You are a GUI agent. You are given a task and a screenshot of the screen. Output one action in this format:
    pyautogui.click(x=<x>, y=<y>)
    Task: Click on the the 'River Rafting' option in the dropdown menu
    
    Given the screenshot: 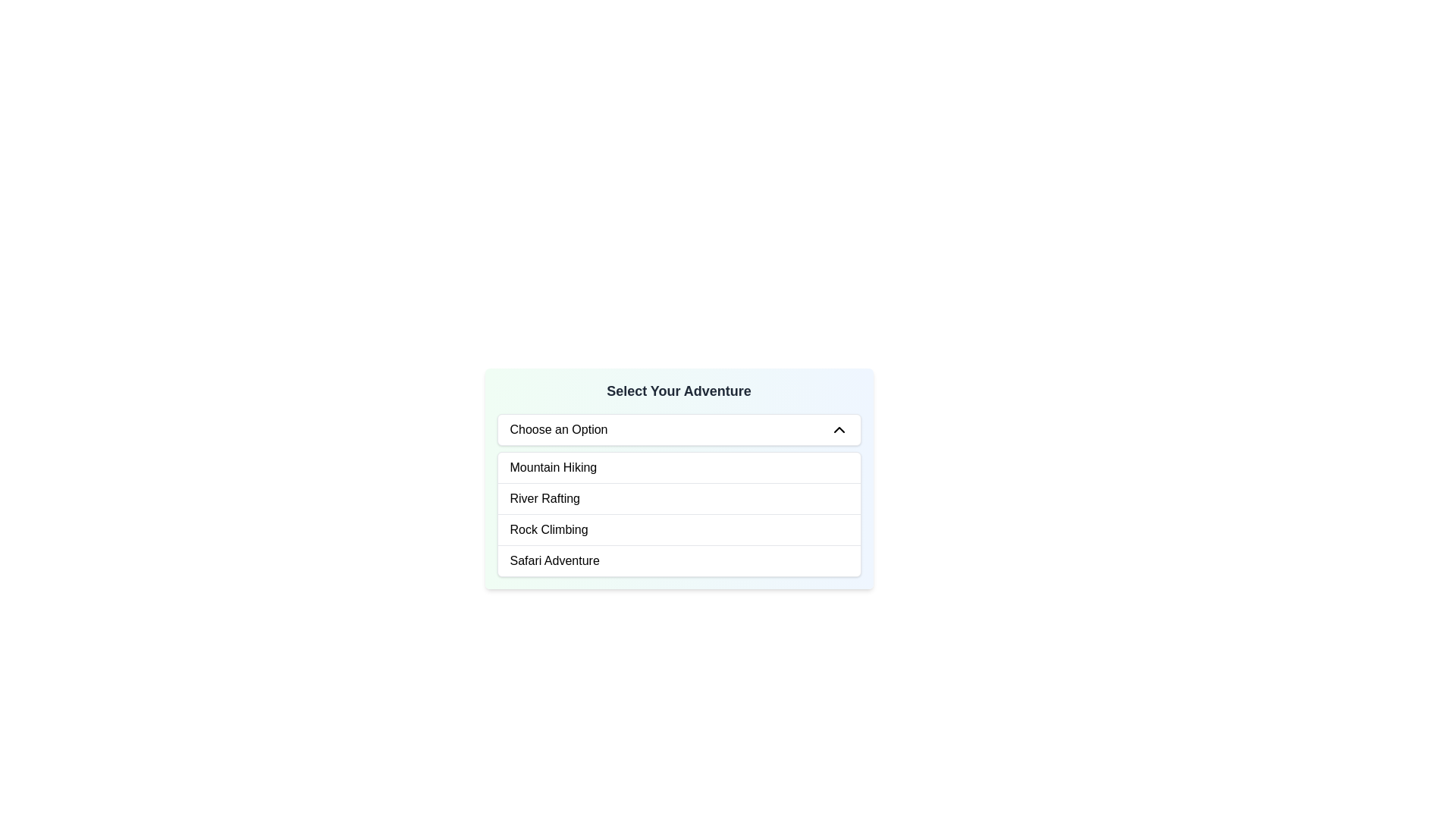 What is the action you would take?
    pyautogui.click(x=544, y=499)
    